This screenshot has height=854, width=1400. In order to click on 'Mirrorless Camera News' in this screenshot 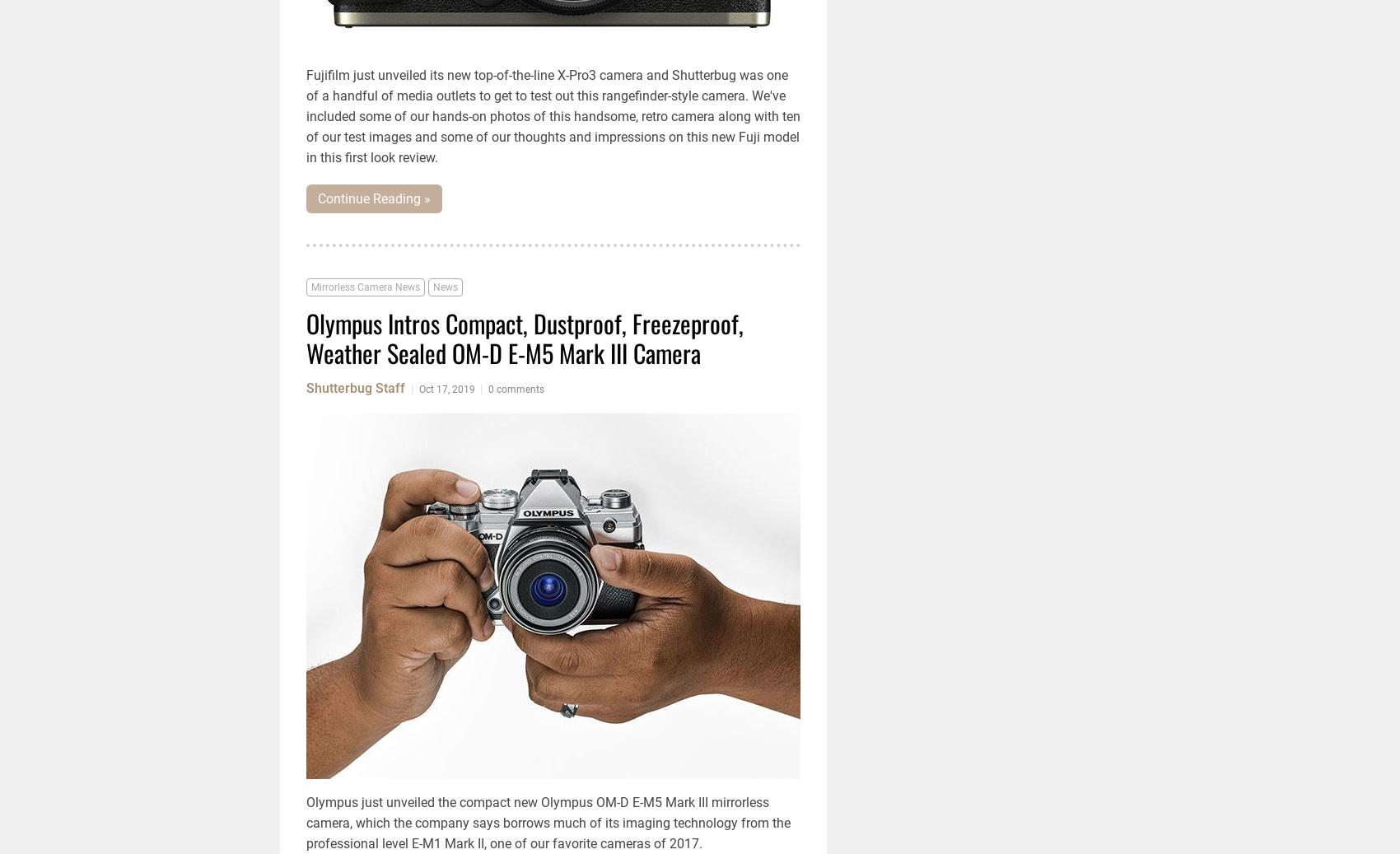, I will do `click(366, 286)`.